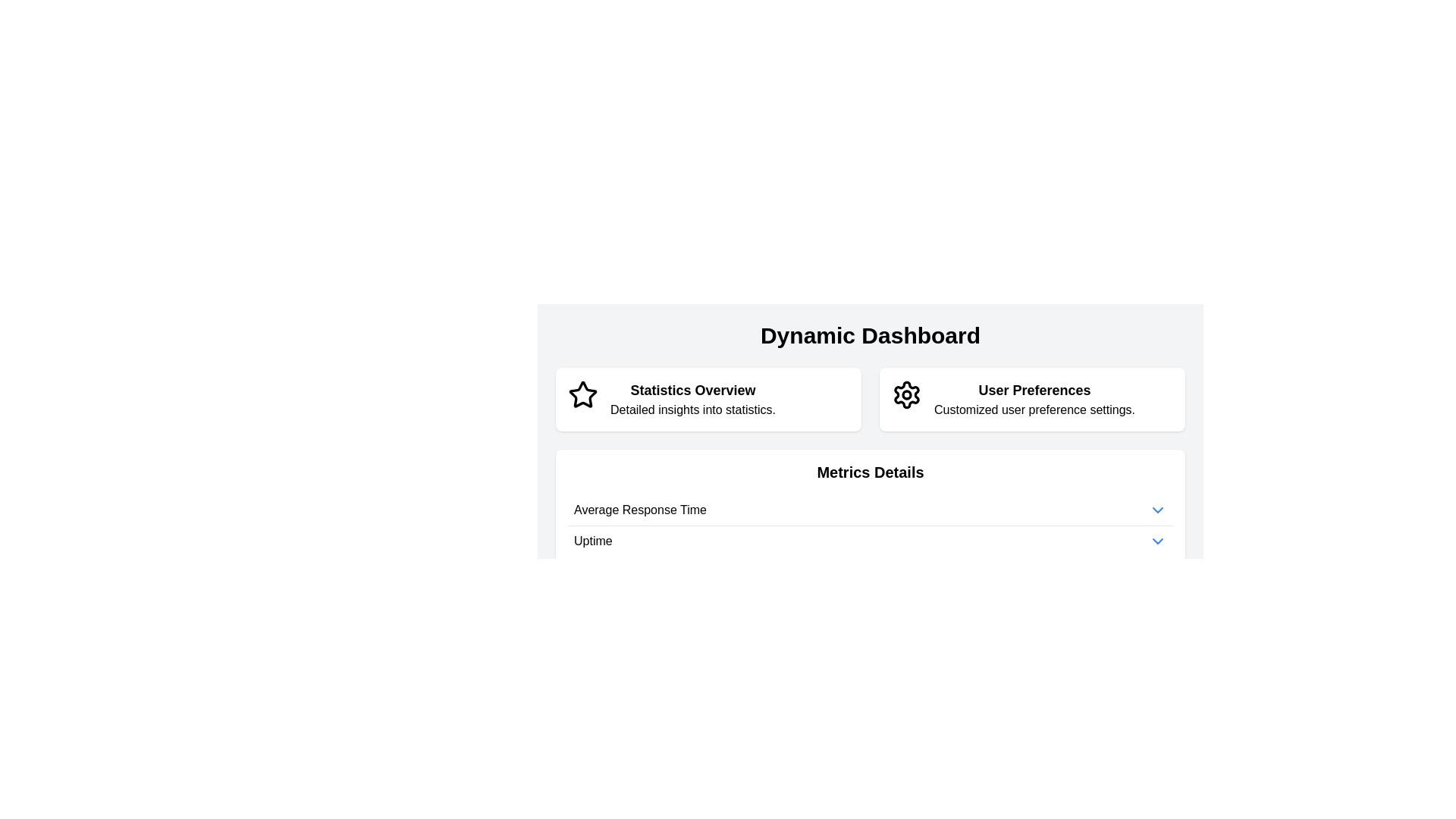 Image resolution: width=1456 pixels, height=819 pixels. I want to click on the 'Uptime' text label element, which is located in the Metrics Details section under 'Average Response Time', so click(592, 540).